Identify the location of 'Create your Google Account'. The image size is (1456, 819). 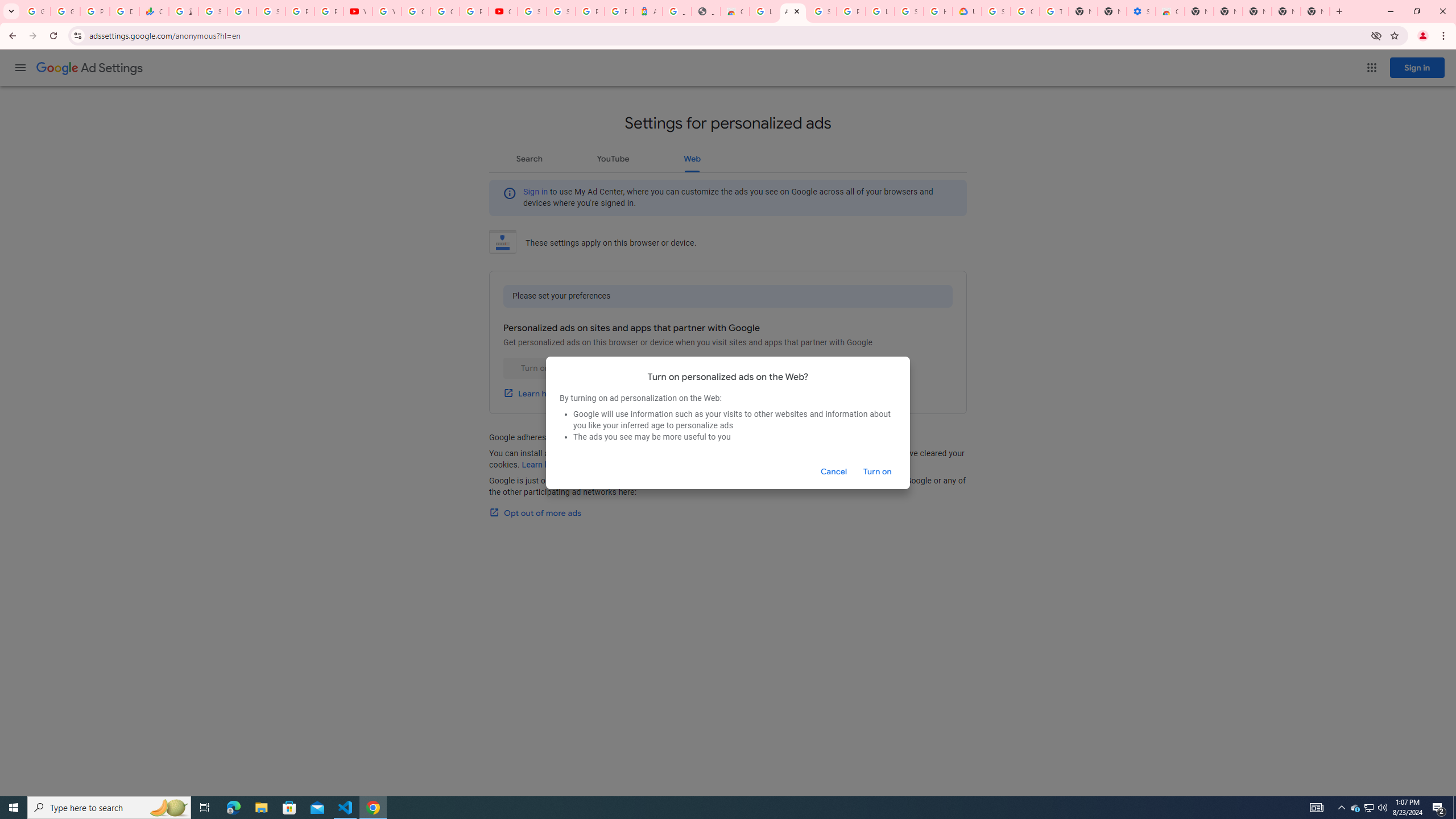
(445, 11).